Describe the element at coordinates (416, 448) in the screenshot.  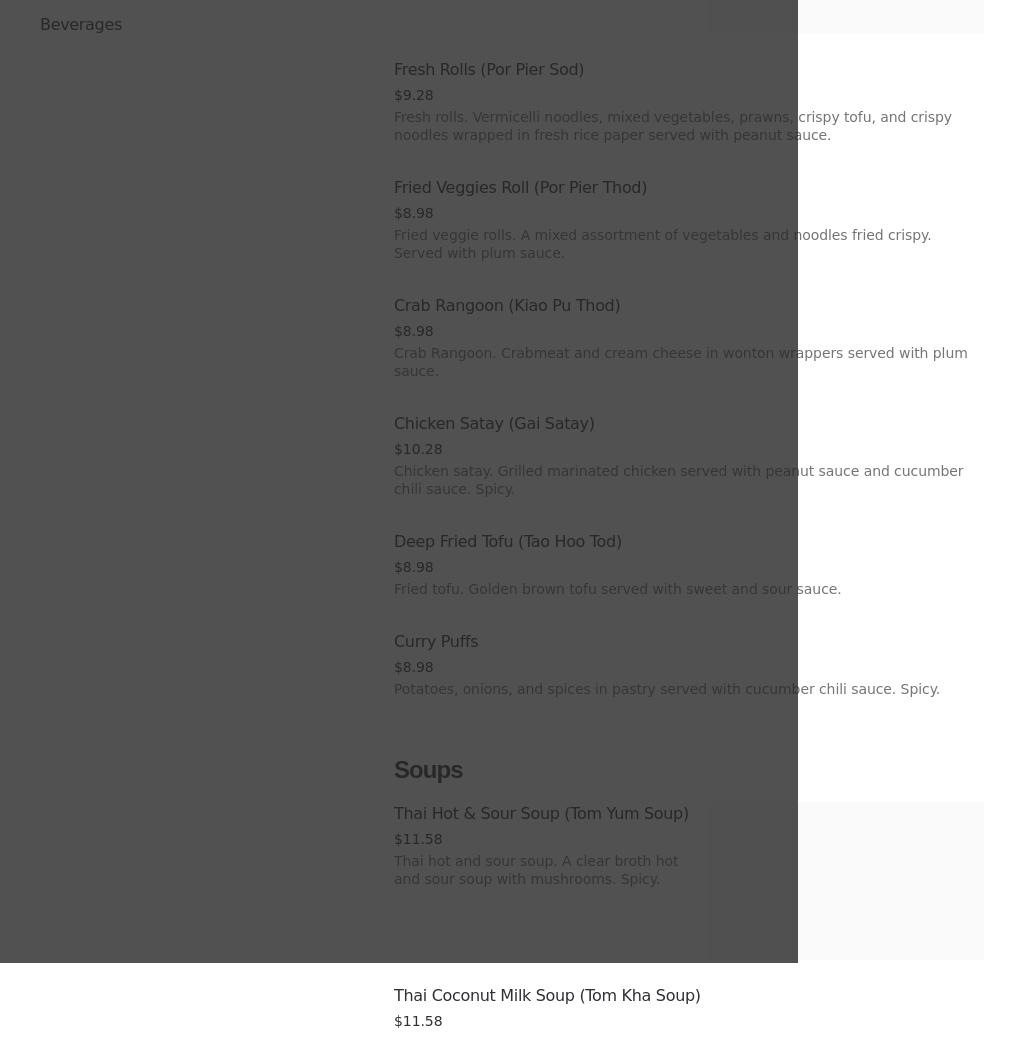
I see `'$10.28'` at that location.